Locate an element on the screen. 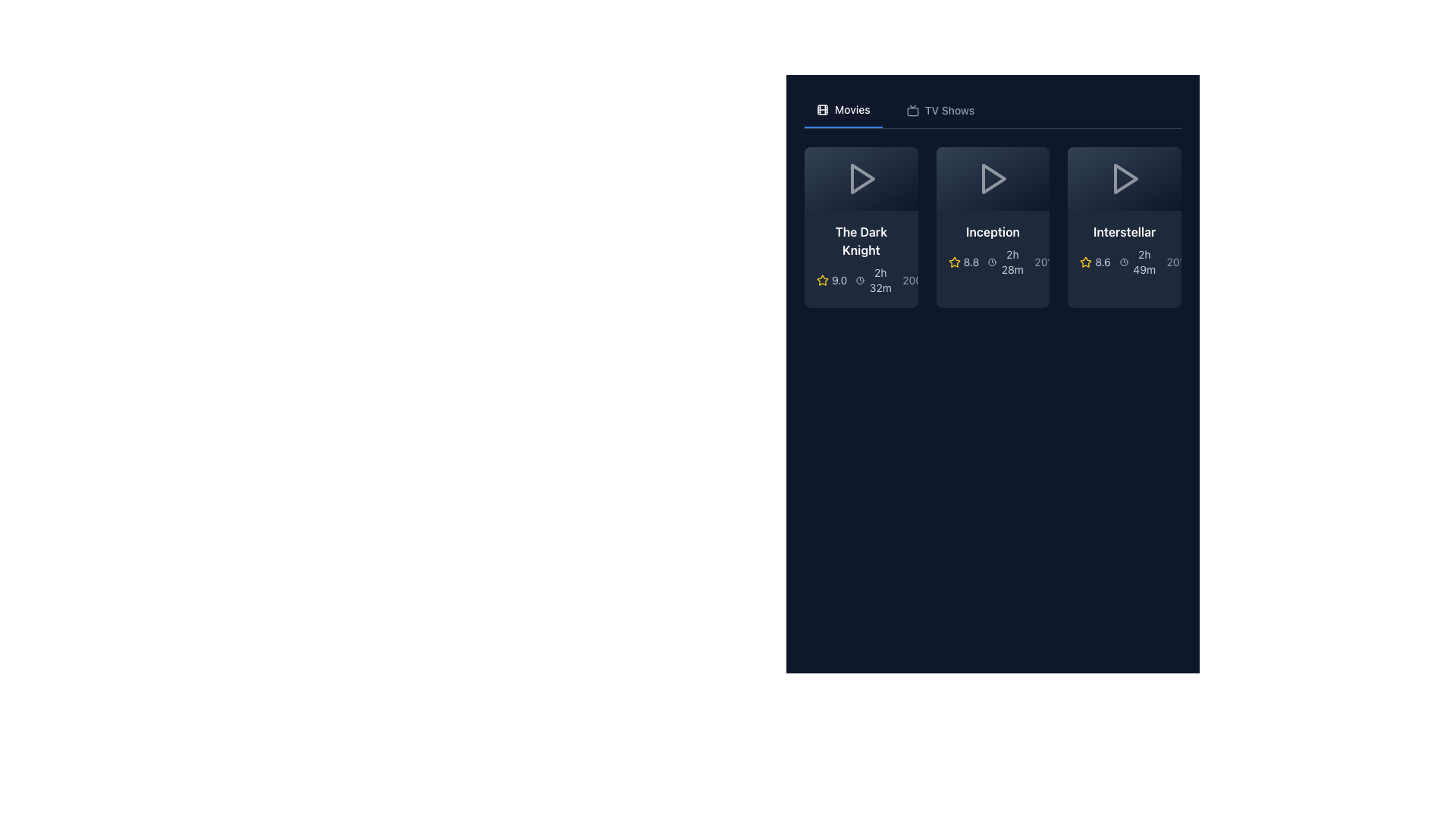 This screenshot has height=819, width=1456. the play button in the top-left corner of the movie card representing 'The Dark Knight' to initiate playback is located at coordinates (861, 178).